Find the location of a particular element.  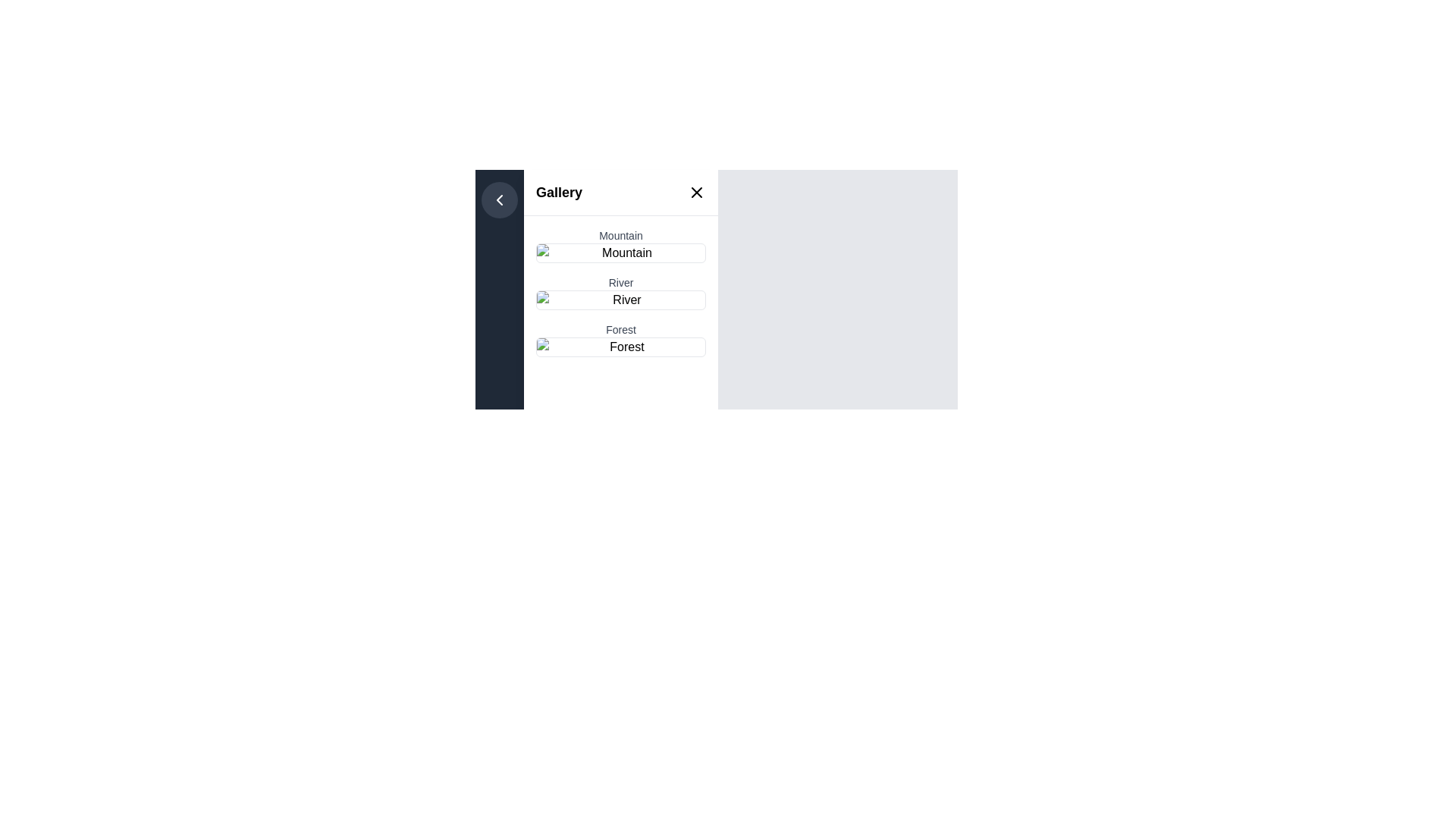

the navigation control icon located inside the circular button at the top-left corner of the vertical sidebar panel is located at coordinates (499, 199).